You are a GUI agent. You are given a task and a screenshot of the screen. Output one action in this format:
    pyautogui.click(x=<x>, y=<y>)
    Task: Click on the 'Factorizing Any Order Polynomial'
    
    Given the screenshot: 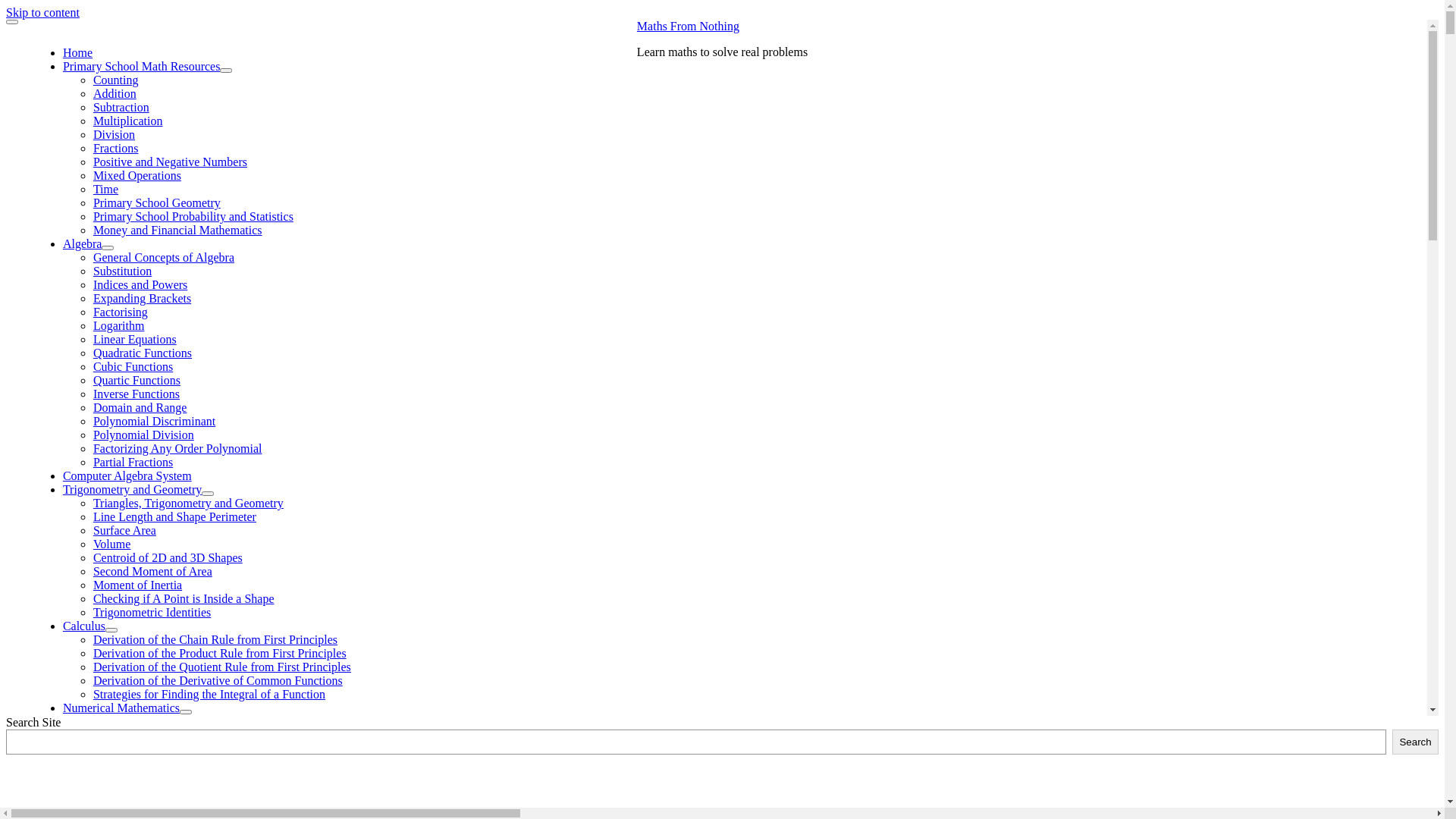 What is the action you would take?
    pyautogui.click(x=177, y=447)
    